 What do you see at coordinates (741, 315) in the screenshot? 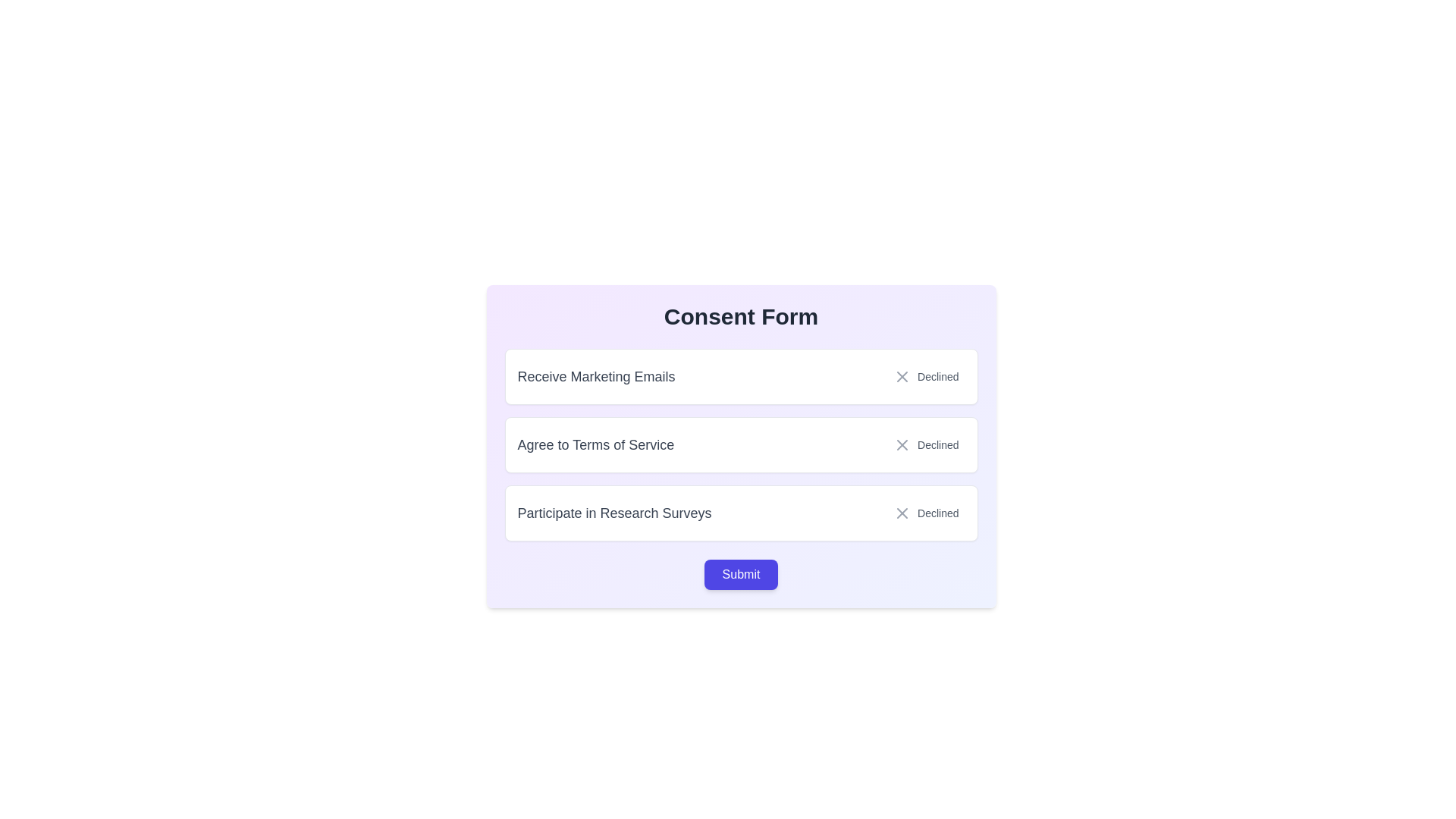
I see `centered bold text displayed in large dark gray font that reads 'Consent Form' located at the top of the panel` at bounding box center [741, 315].